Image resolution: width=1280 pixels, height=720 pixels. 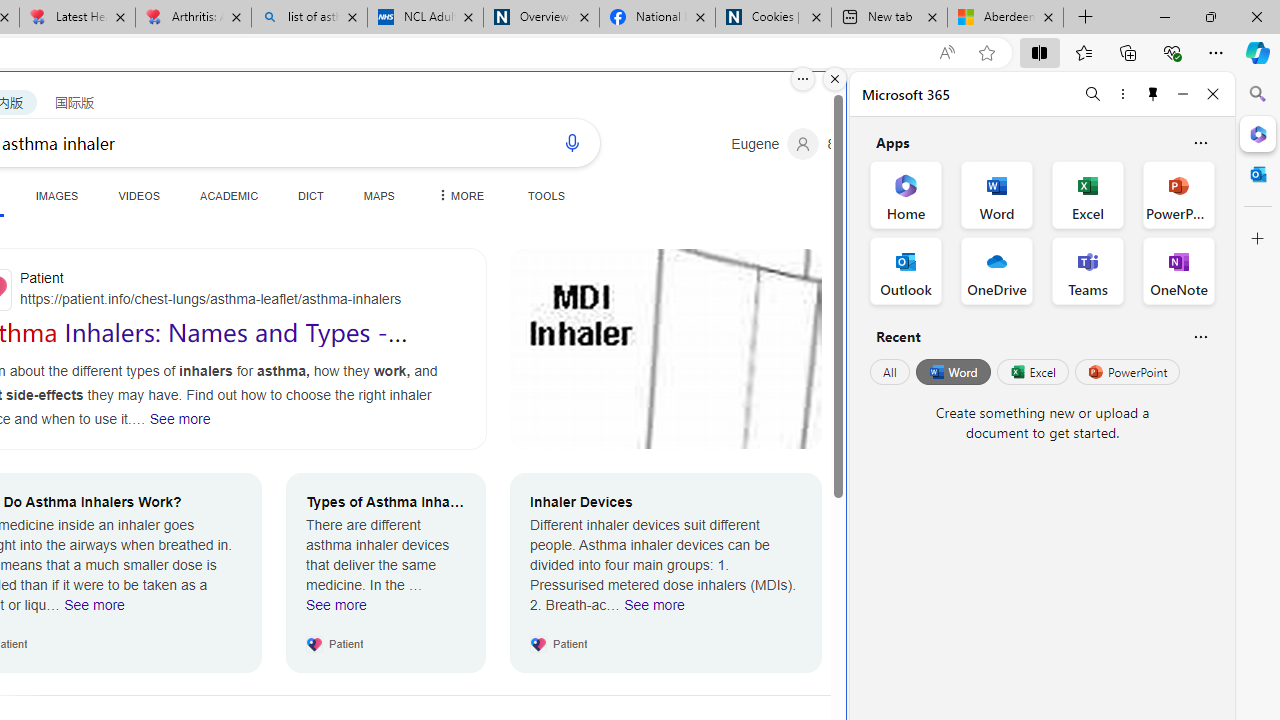 I want to click on 'MAPS', so click(x=378, y=195).